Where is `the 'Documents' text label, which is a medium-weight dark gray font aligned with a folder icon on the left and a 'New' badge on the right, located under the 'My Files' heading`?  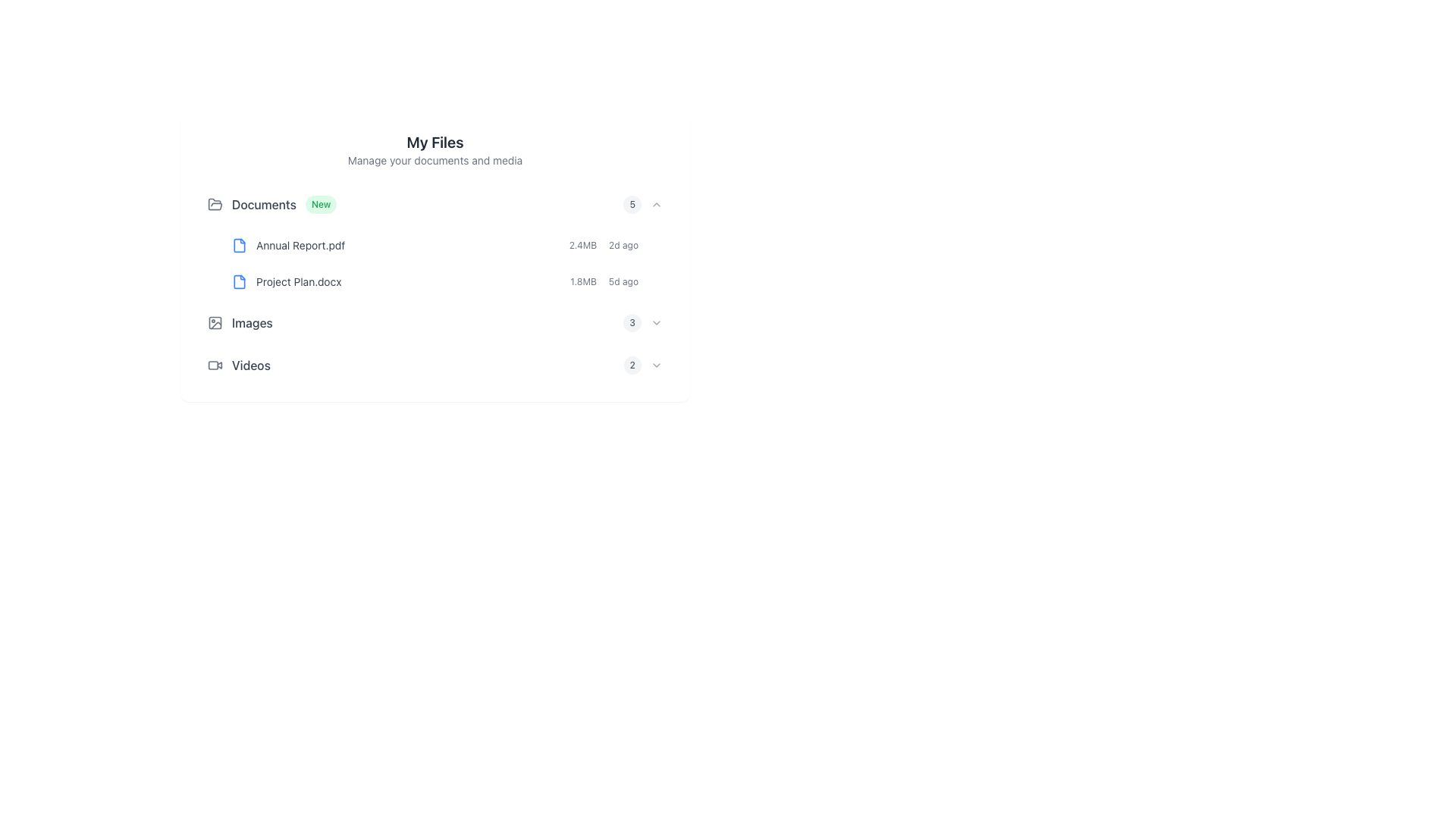 the 'Documents' text label, which is a medium-weight dark gray font aligned with a folder icon on the left and a 'New' badge on the right, located under the 'My Files' heading is located at coordinates (264, 205).